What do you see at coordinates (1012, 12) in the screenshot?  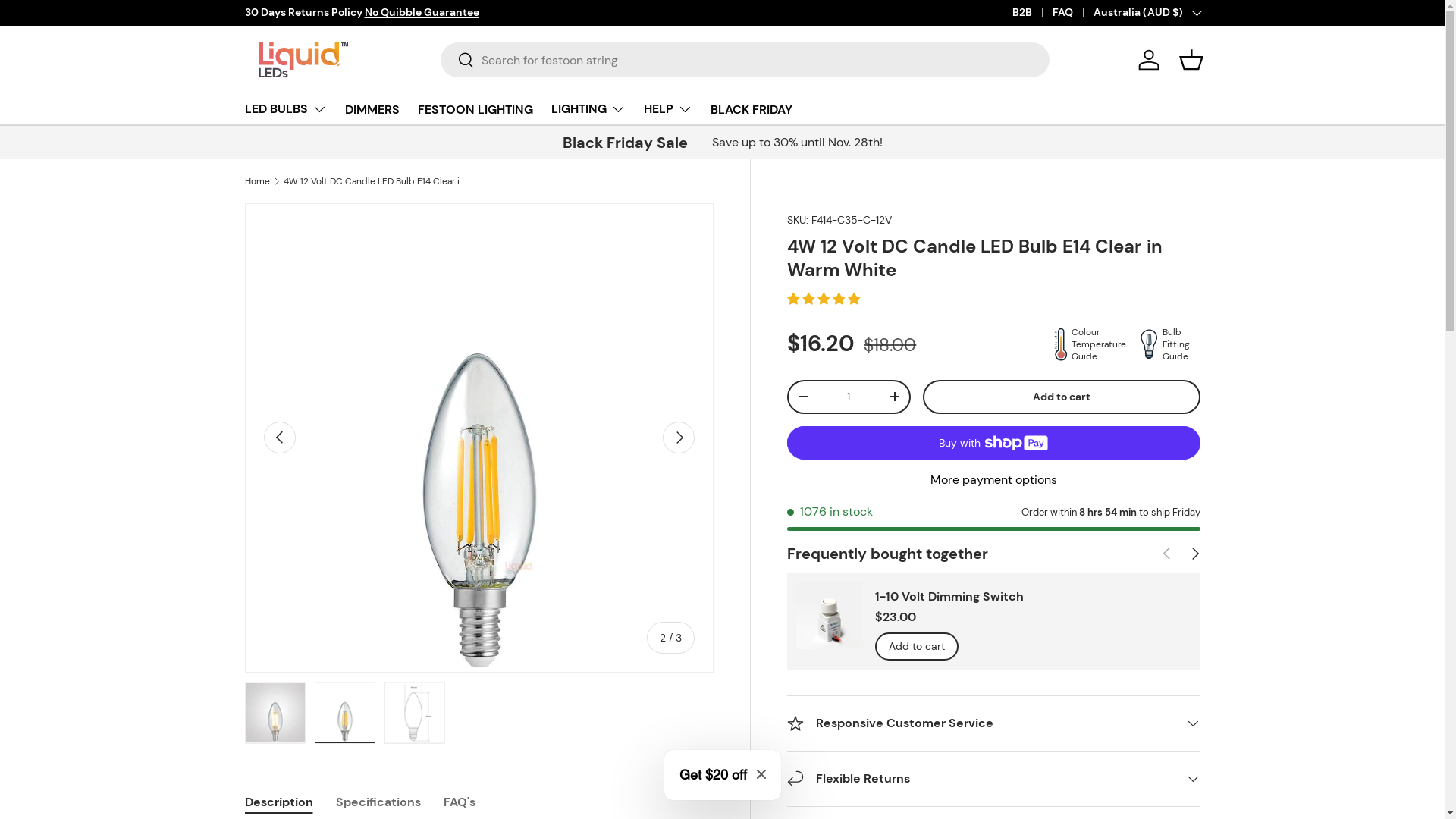 I see `'B2B'` at bounding box center [1012, 12].